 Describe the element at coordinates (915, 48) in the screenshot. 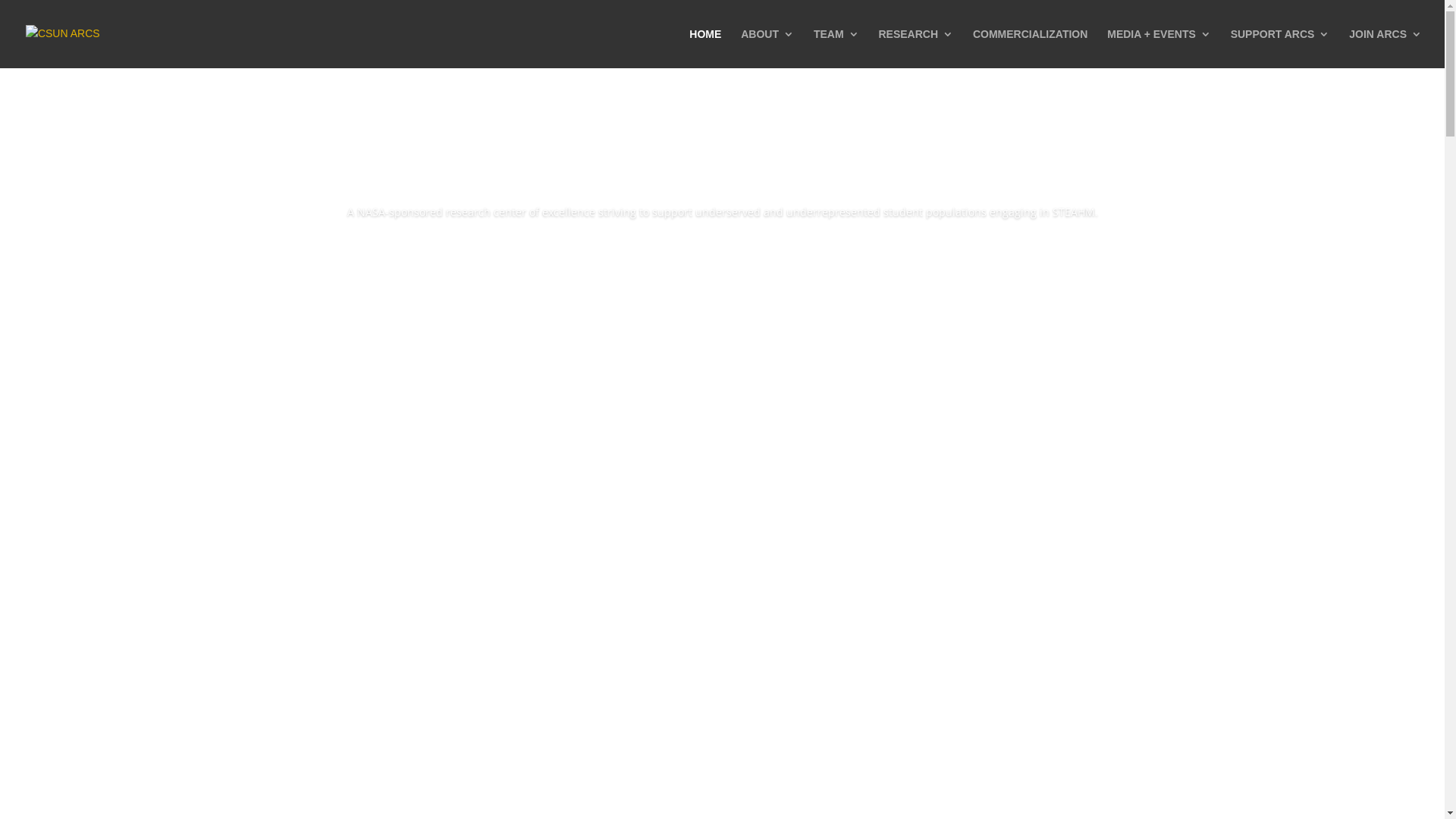

I see `'RESEARCH'` at that location.